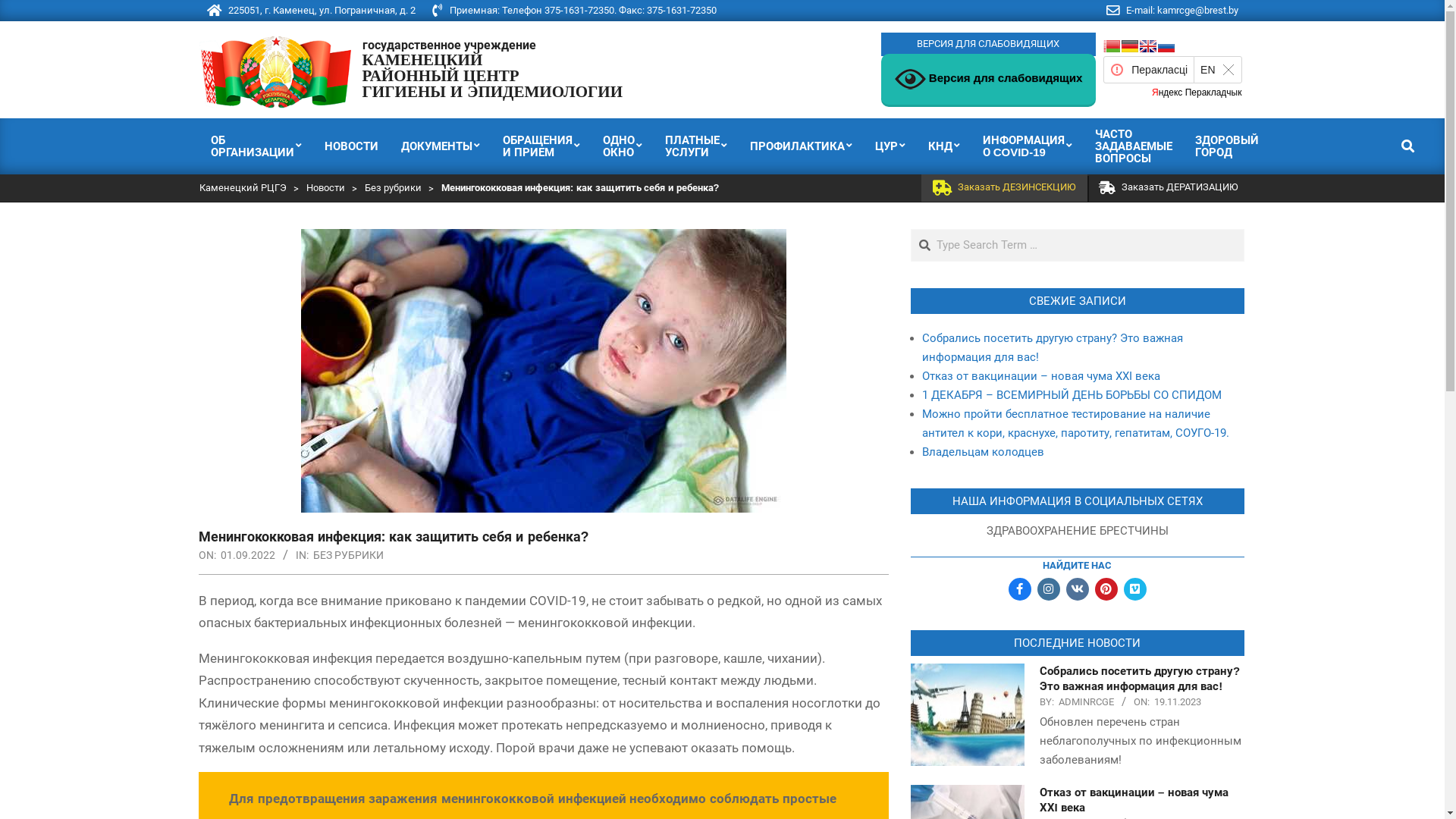 This screenshot has width=1456, height=819. What do you see at coordinates (1147, 45) in the screenshot?
I see `'English'` at bounding box center [1147, 45].